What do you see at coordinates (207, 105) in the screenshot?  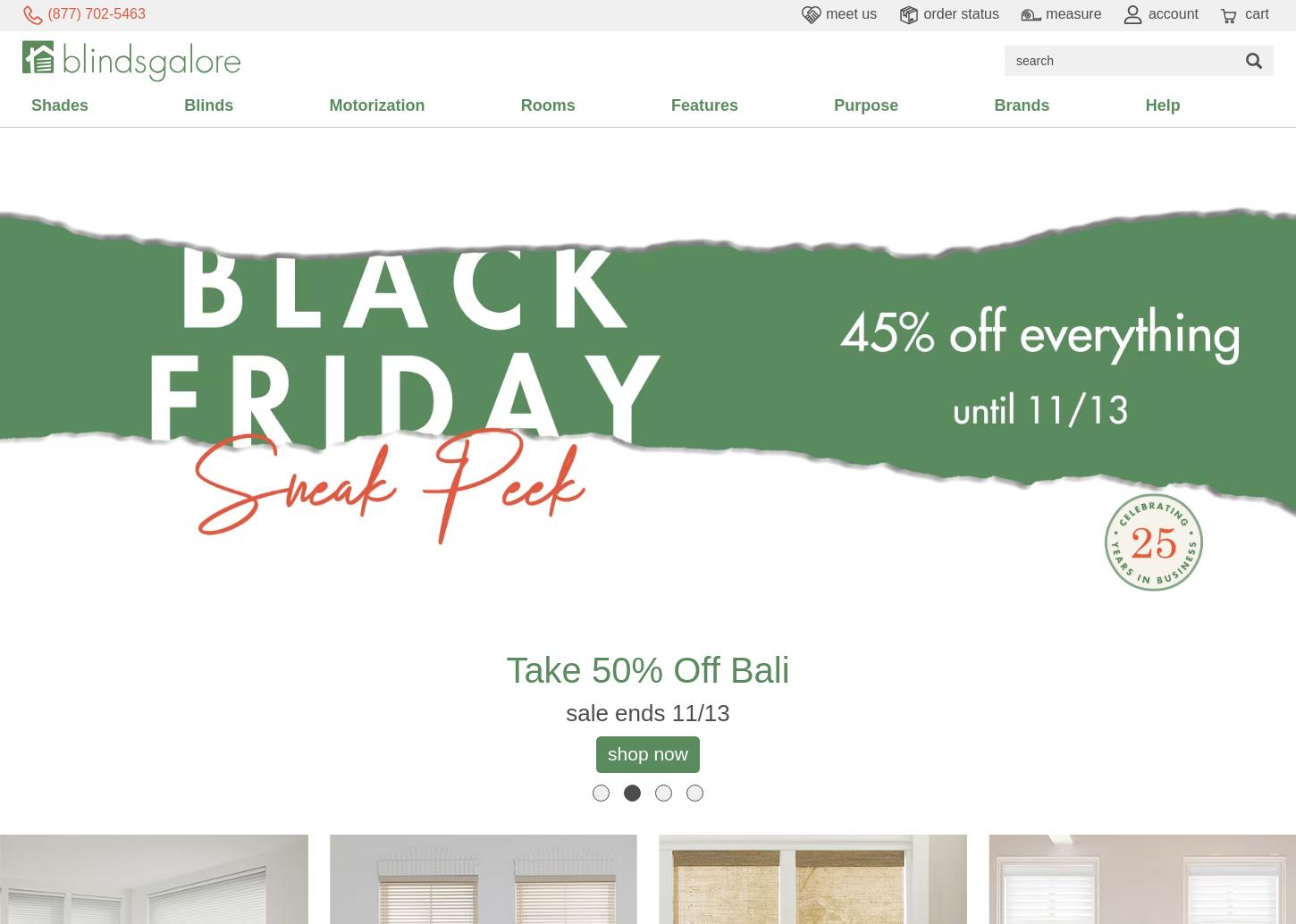 I see `'Blinds'` at bounding box center [207, 105].